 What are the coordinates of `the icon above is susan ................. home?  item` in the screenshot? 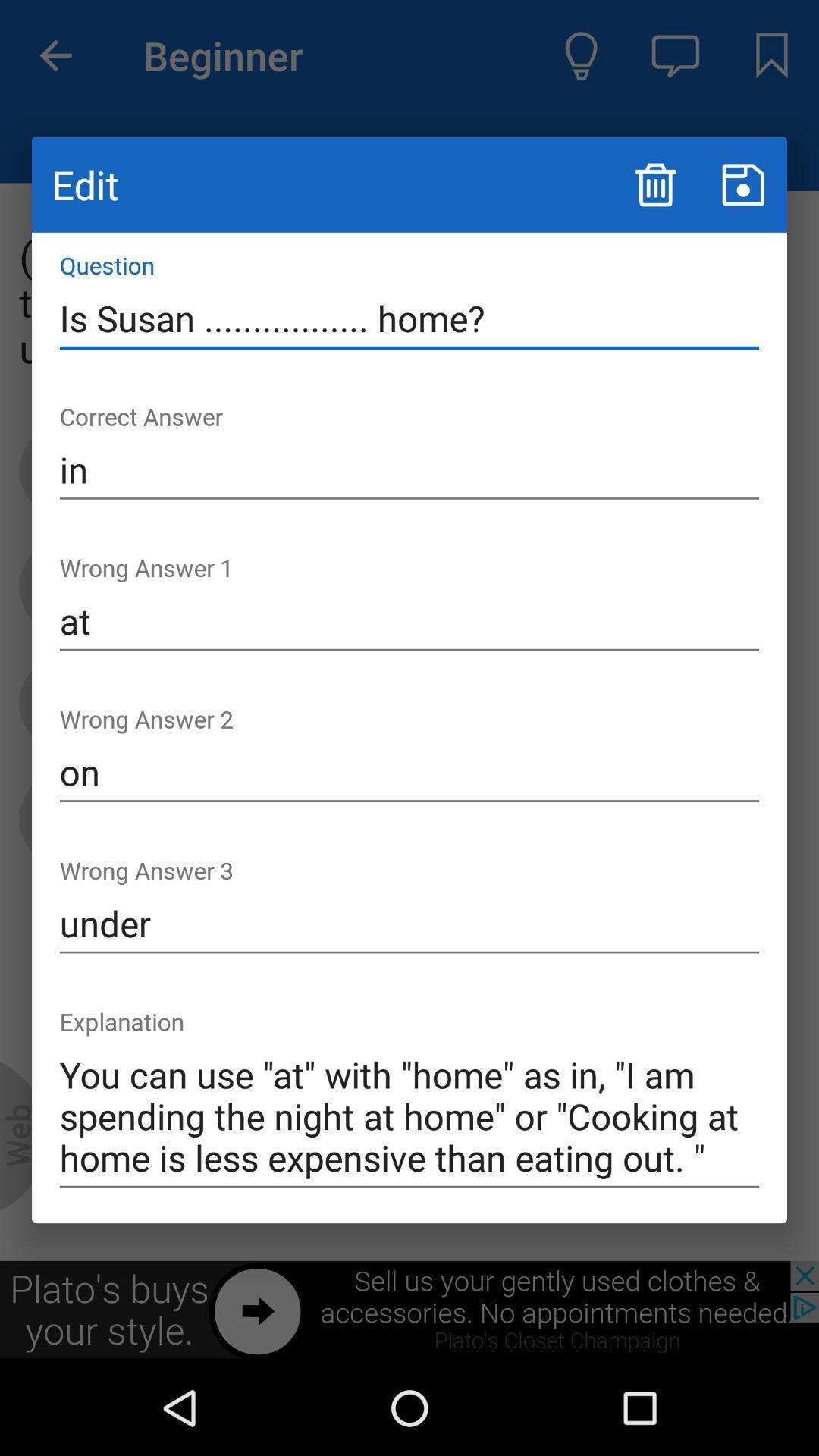 It's located at (742, 184).